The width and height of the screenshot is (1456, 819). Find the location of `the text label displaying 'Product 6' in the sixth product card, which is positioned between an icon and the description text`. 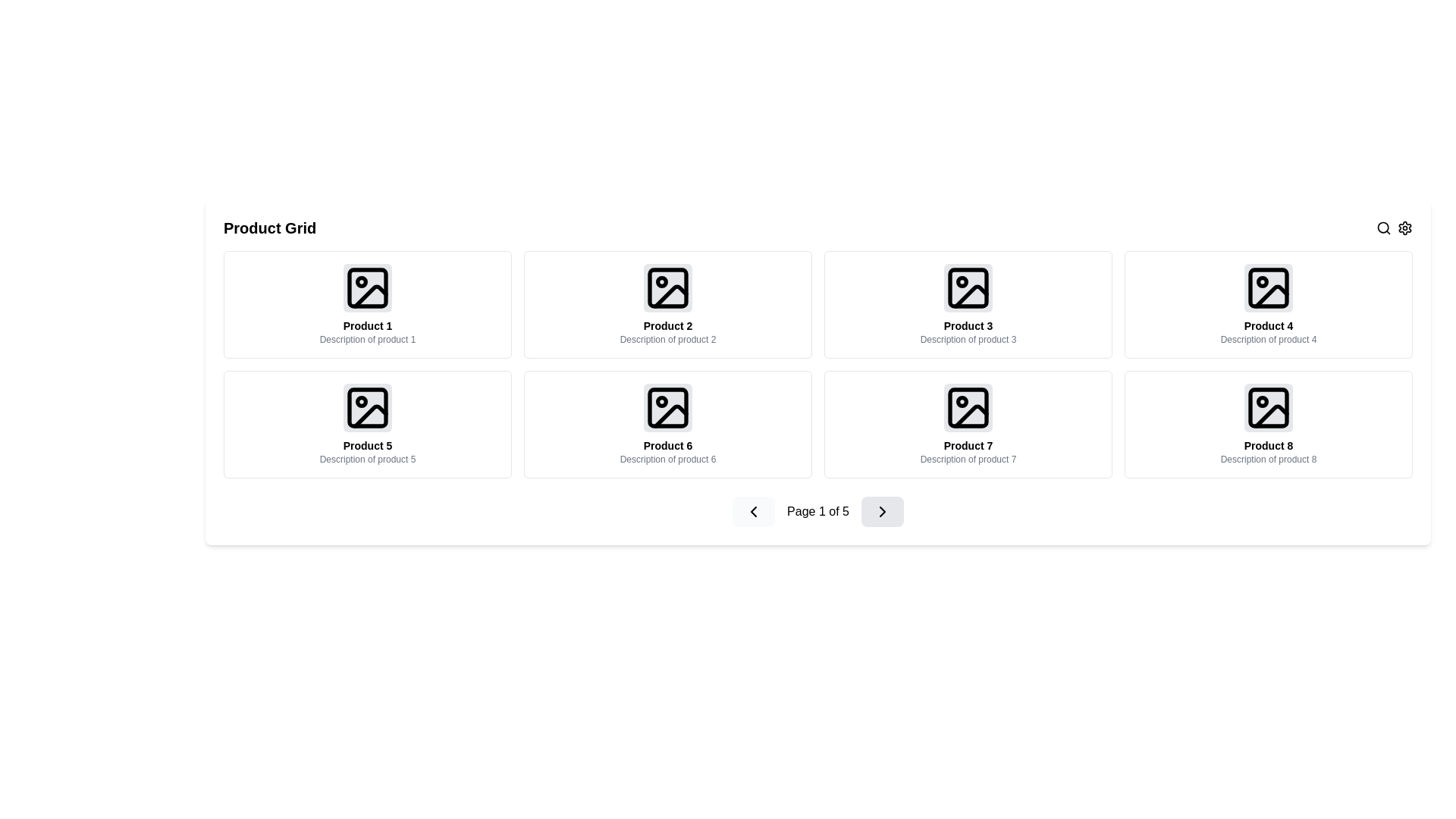

the text label displaying 'Product 6' in the sixth product card, which is positioned between an icon and the description text is located at coordinates (667, 444).